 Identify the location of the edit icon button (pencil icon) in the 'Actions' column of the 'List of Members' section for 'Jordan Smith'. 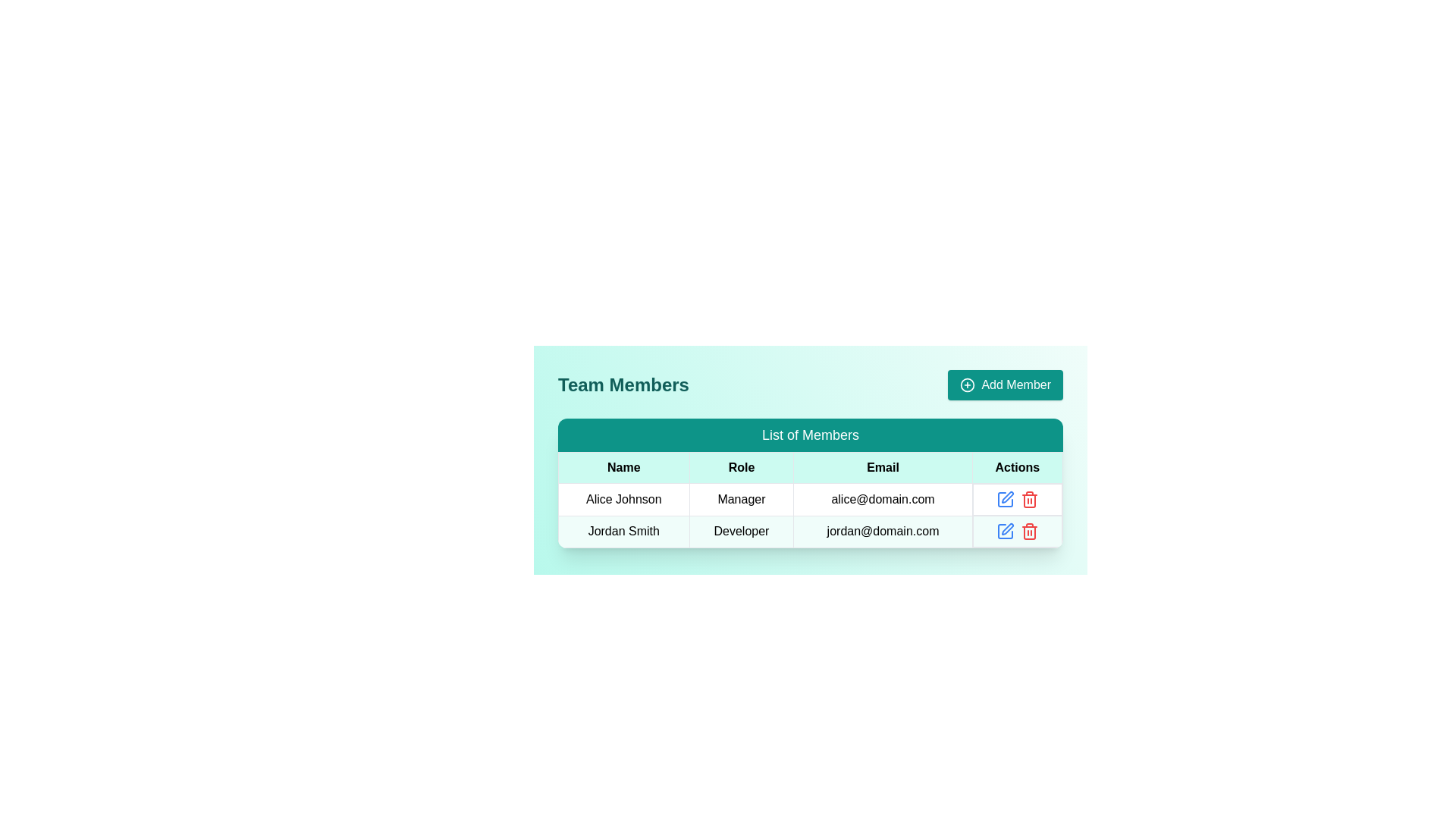
(1007, 497).